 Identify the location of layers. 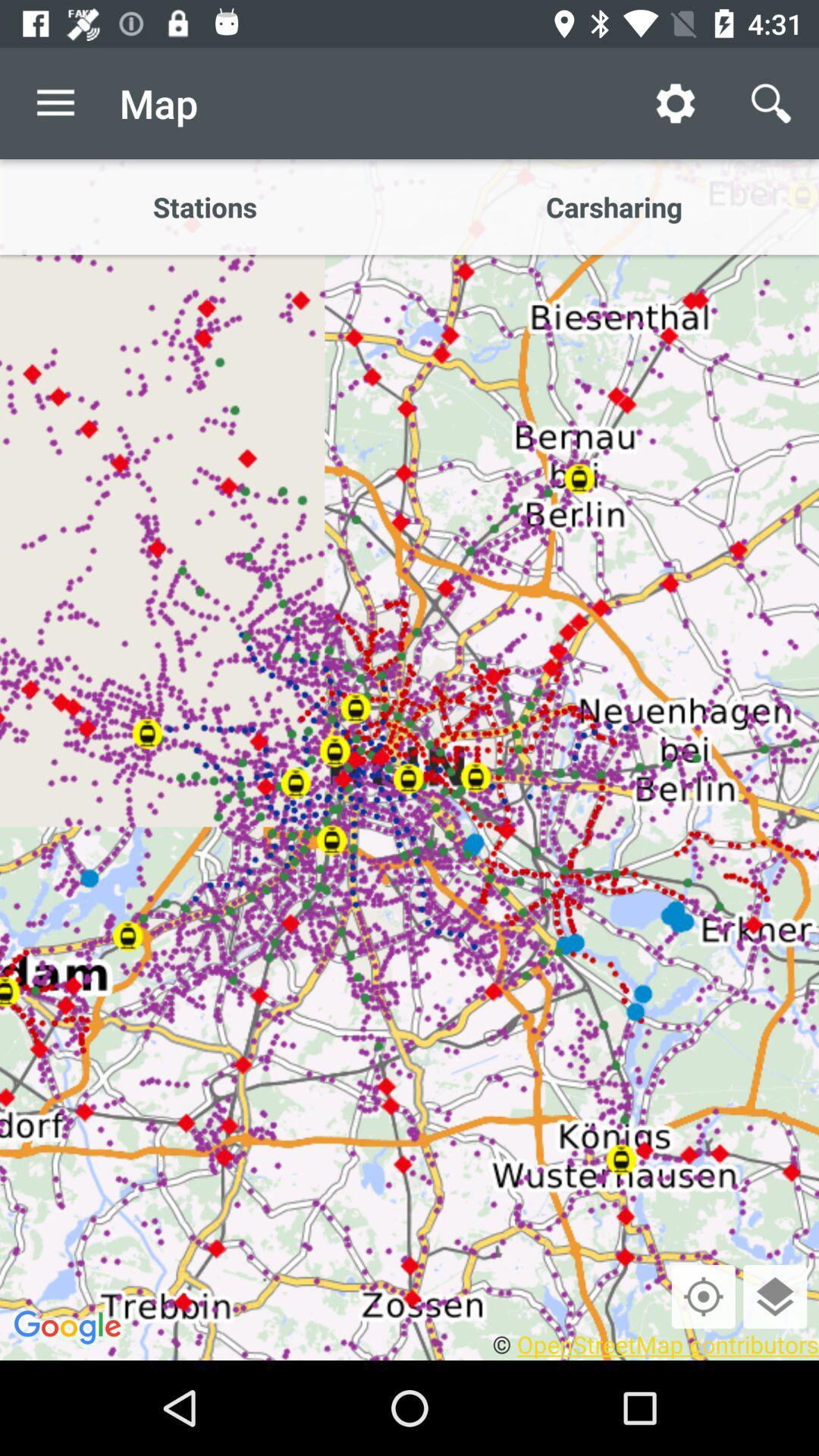
(775, 1295).